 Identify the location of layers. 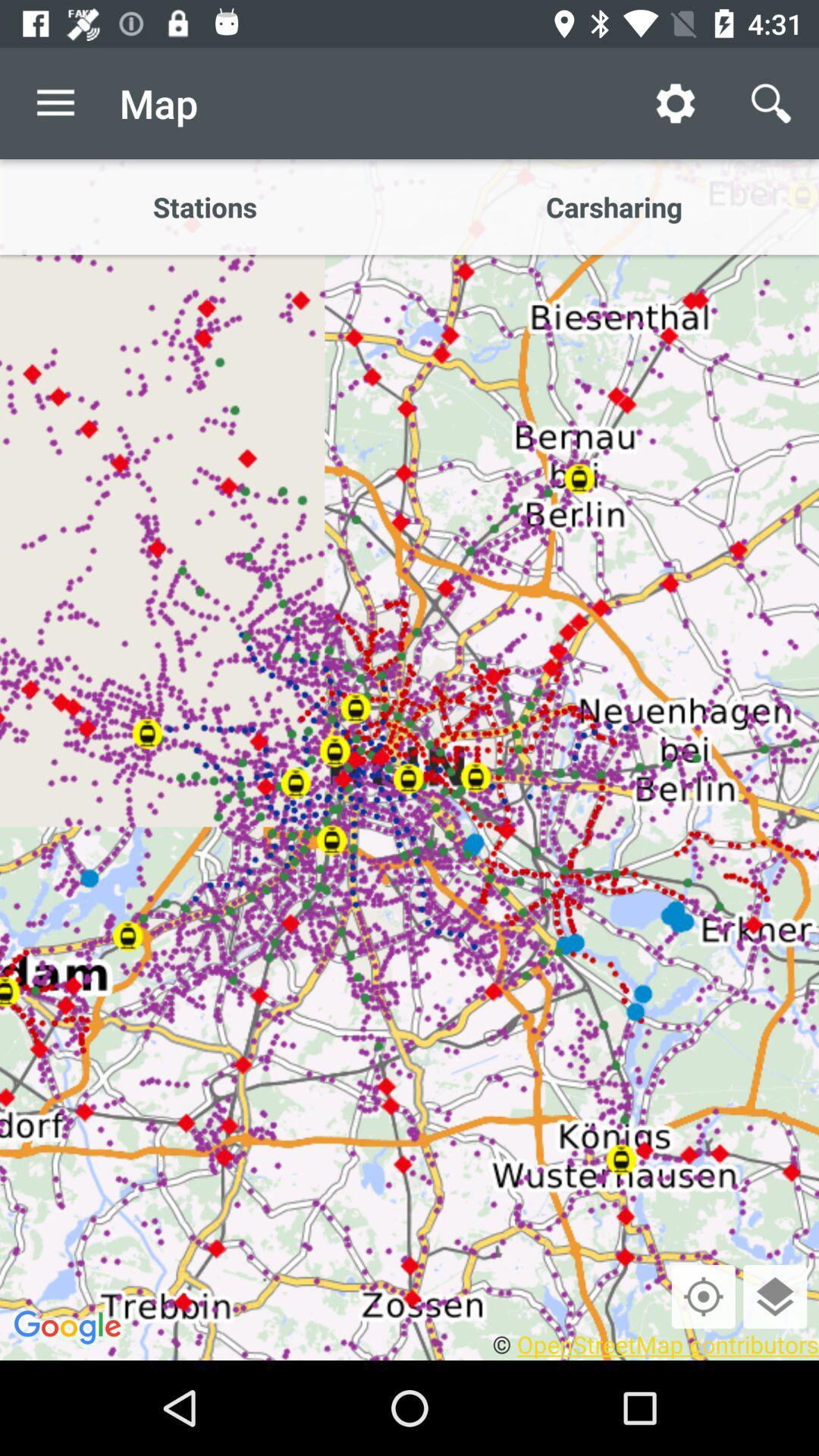
(775, 1295).